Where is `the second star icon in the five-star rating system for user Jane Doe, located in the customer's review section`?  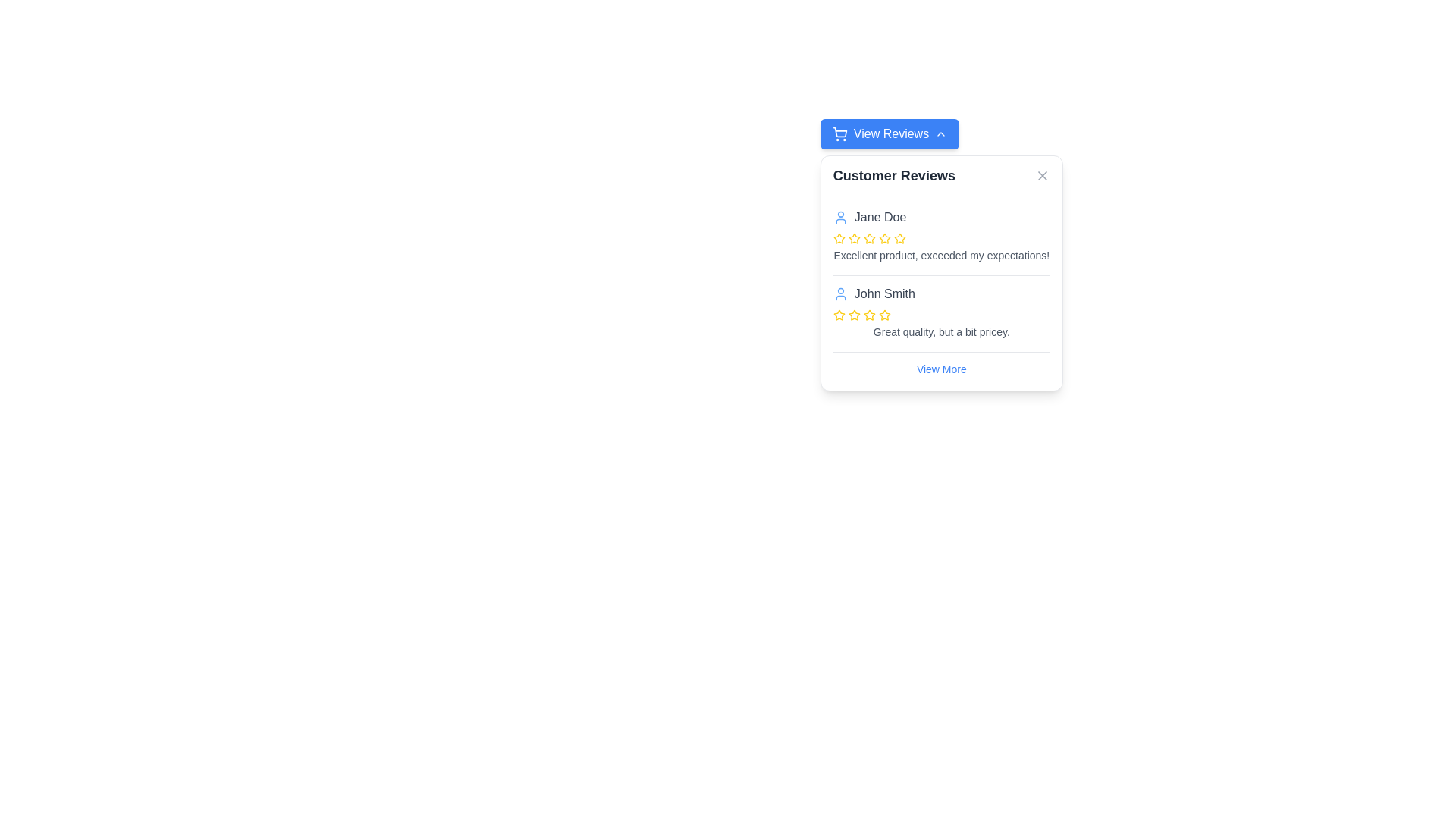 the second star icon in the five-star rating system for user Jane Doe, located in the customer's review section is located at coordinates (854, 239).